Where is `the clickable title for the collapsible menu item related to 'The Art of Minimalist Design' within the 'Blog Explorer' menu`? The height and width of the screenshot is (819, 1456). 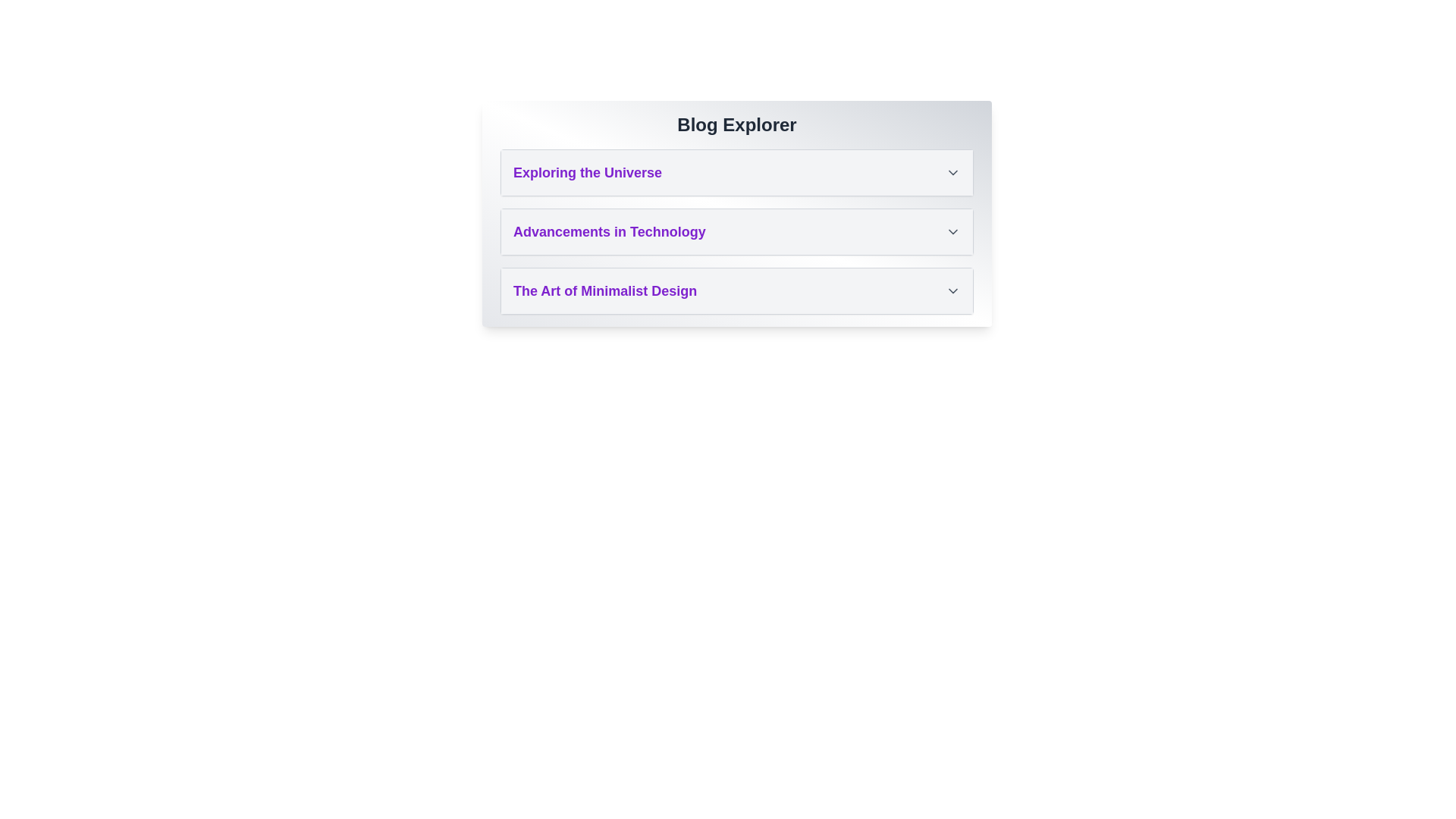 the clickable title for the collapsible menu item related to 'The Art of Minimalist Design' within the 'Blog Explorer' menu is located at coordinates (604, 291).